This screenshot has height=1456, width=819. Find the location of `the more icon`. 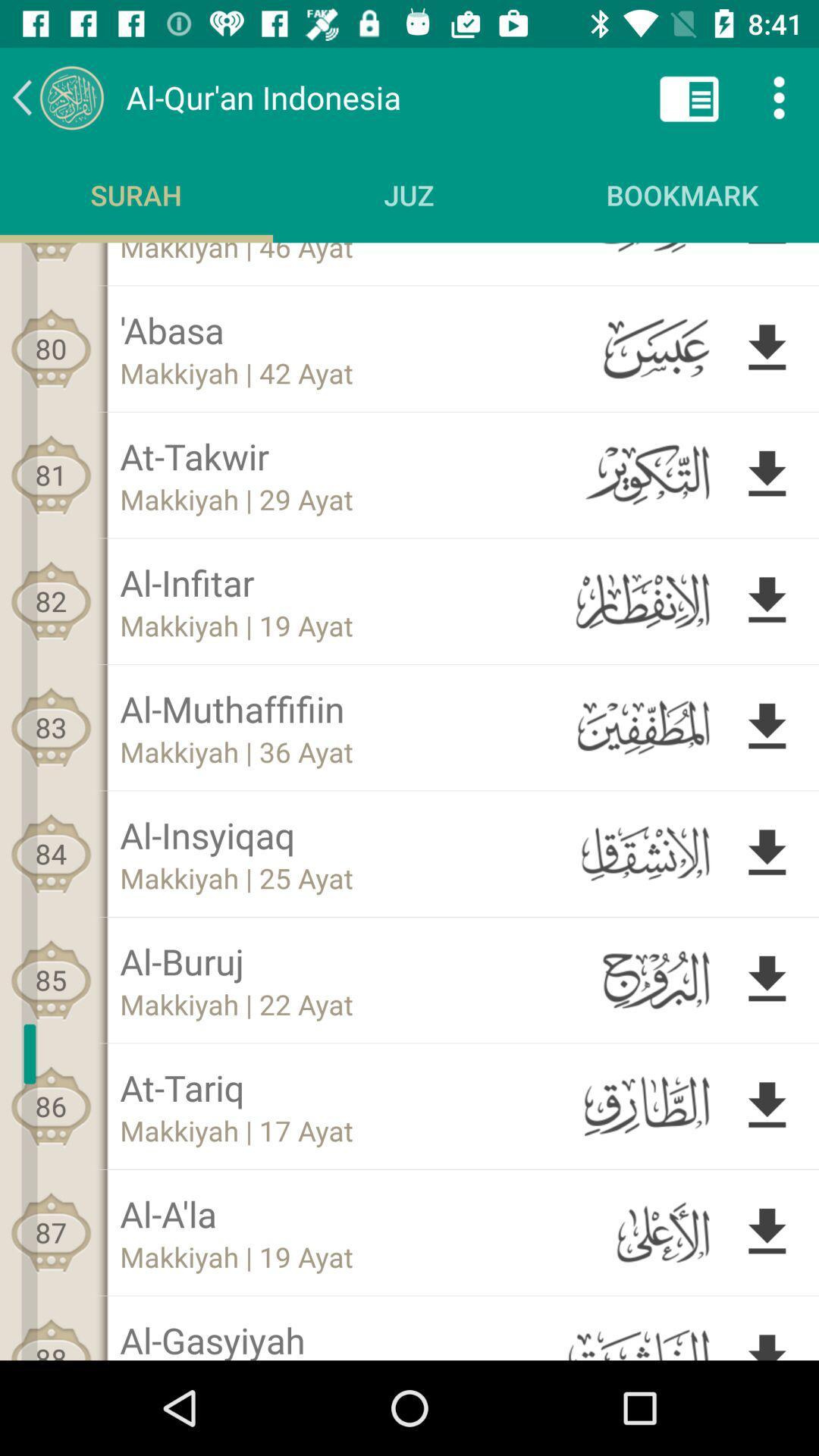

the more icon is located at coordinates (779, 96).